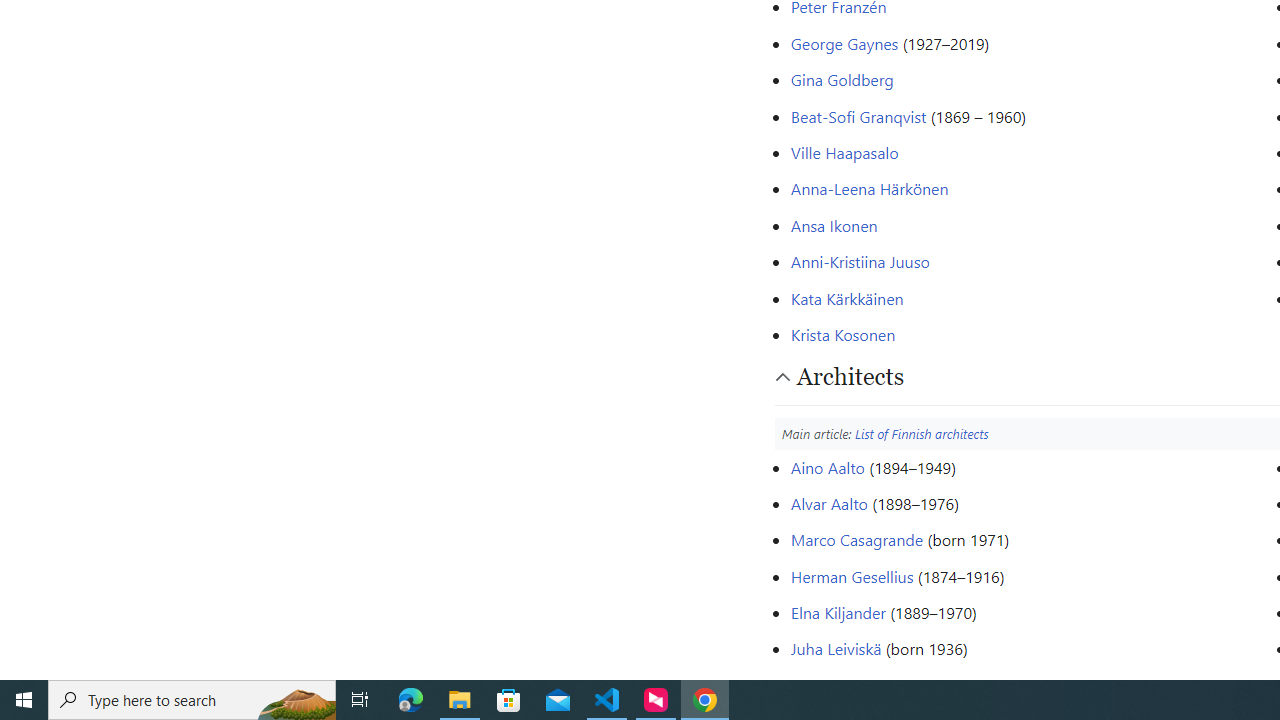 The width and height of the screenshot is (1280, 720). Describe the element at coordinates (837, 612) in the screenshot. I see `'Elna Kiljander'` at that location.